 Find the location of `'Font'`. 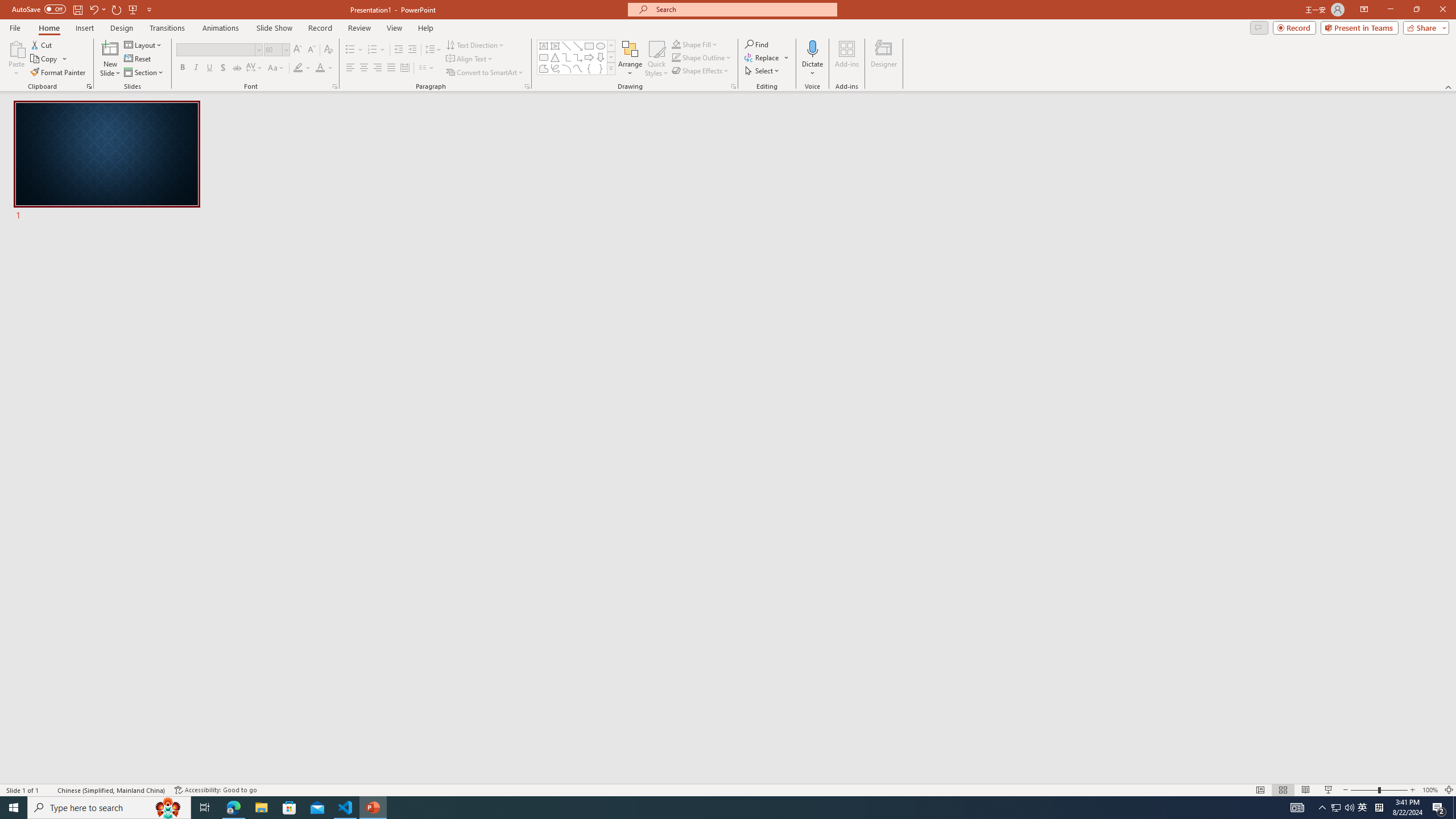

'Font' is located at coordinates (215, 49).